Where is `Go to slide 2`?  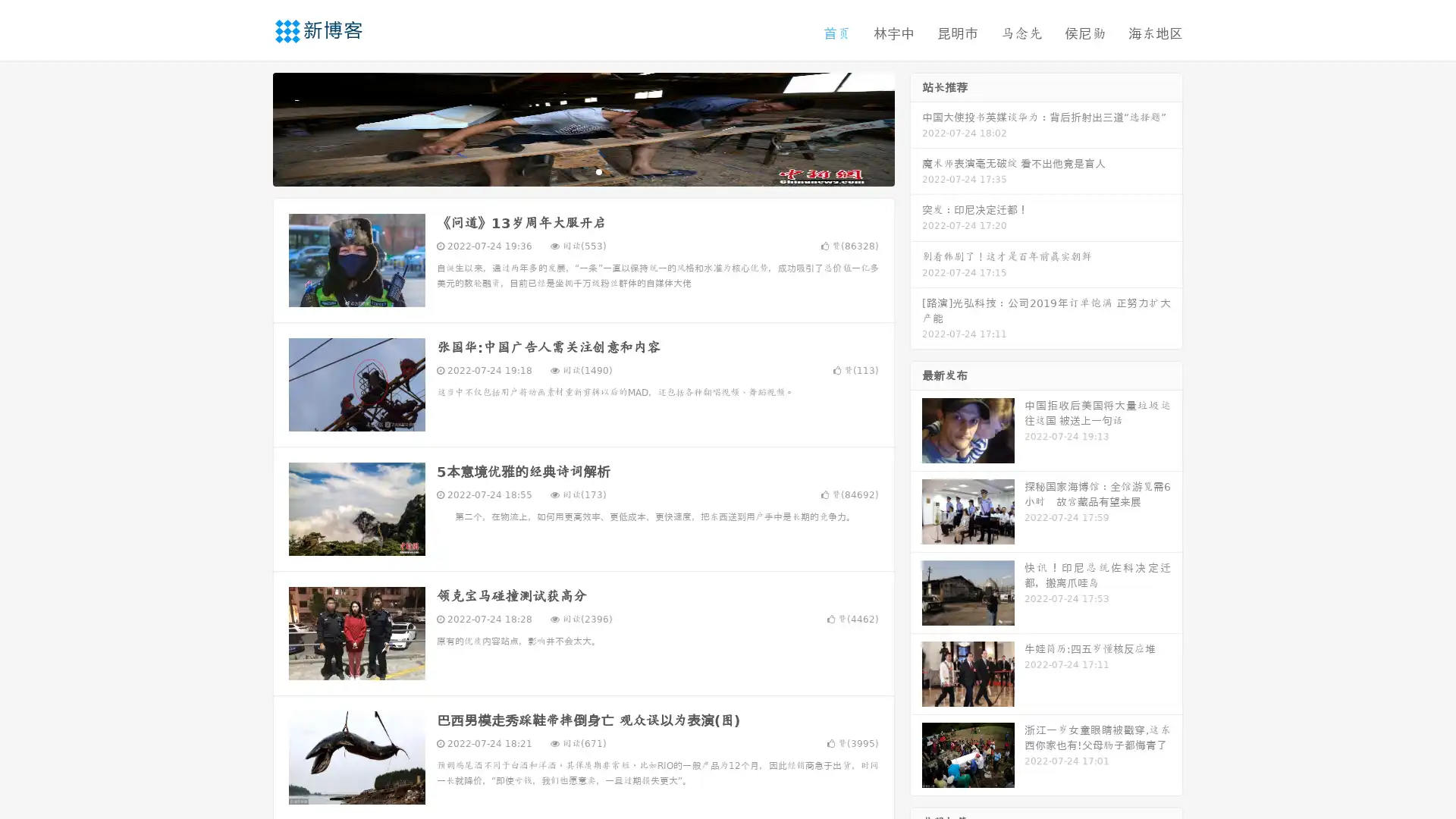
Go to slide 2 is located at coordinates (582, 171).